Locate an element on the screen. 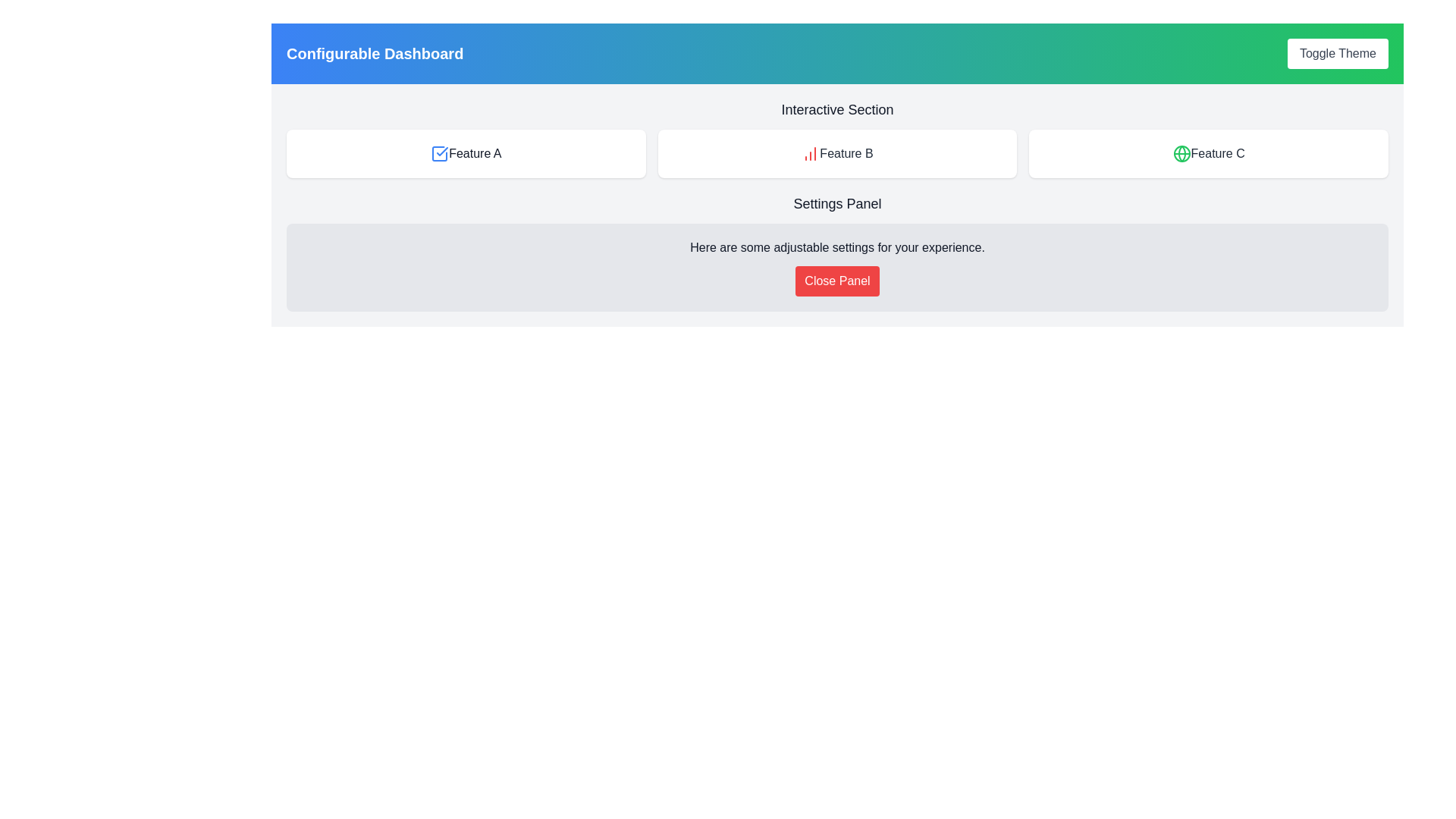 The height and width of the screenshot is (819, 1456). the informative text label located in the 'Settings Panel' above the 'Close Panel' button, which provides a description of the settings or features available is located at coordinates (836, 247).